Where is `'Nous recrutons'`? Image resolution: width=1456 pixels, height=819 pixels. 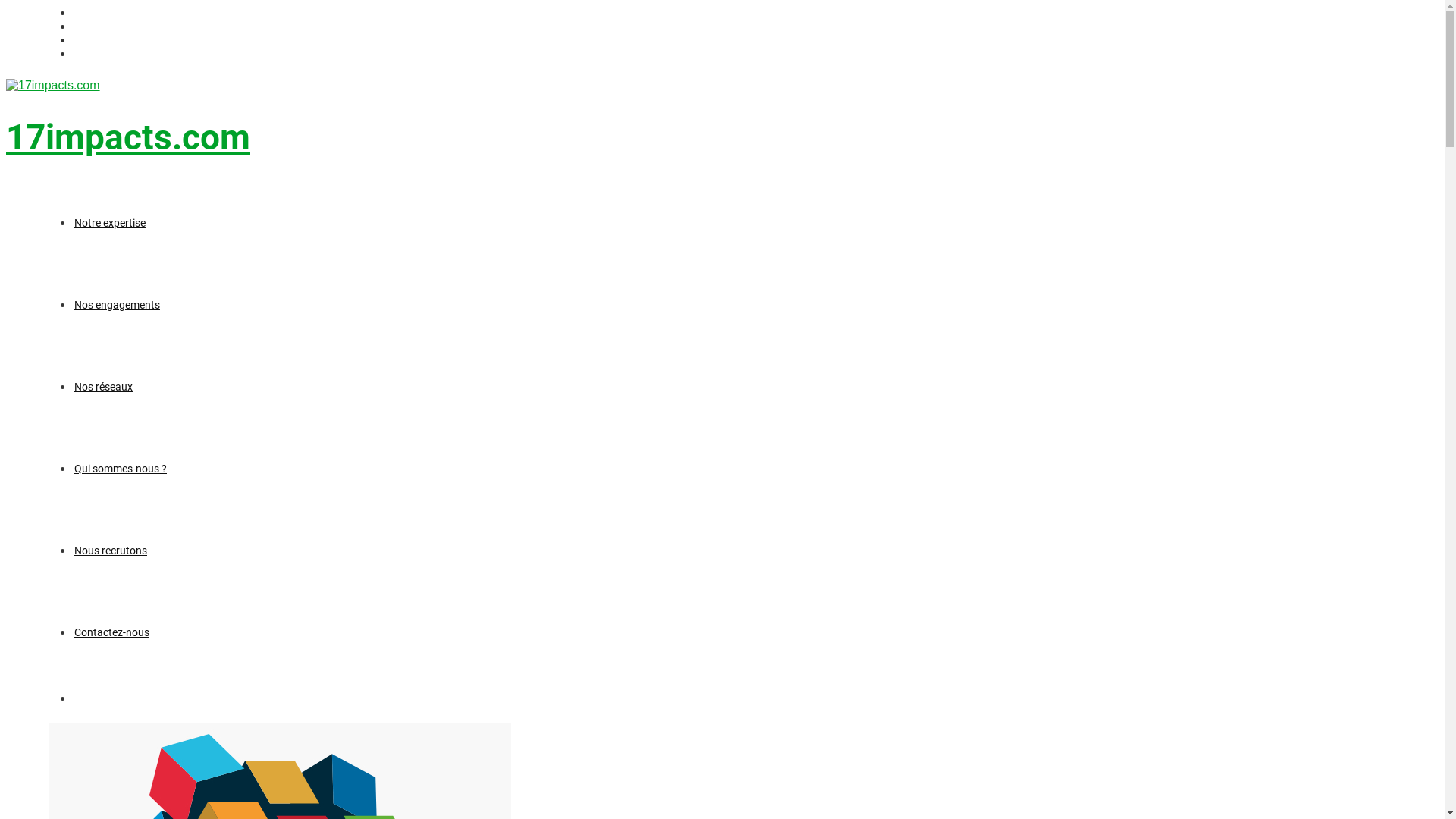 'Nous recrutons' is located at coordinates (73, 550).